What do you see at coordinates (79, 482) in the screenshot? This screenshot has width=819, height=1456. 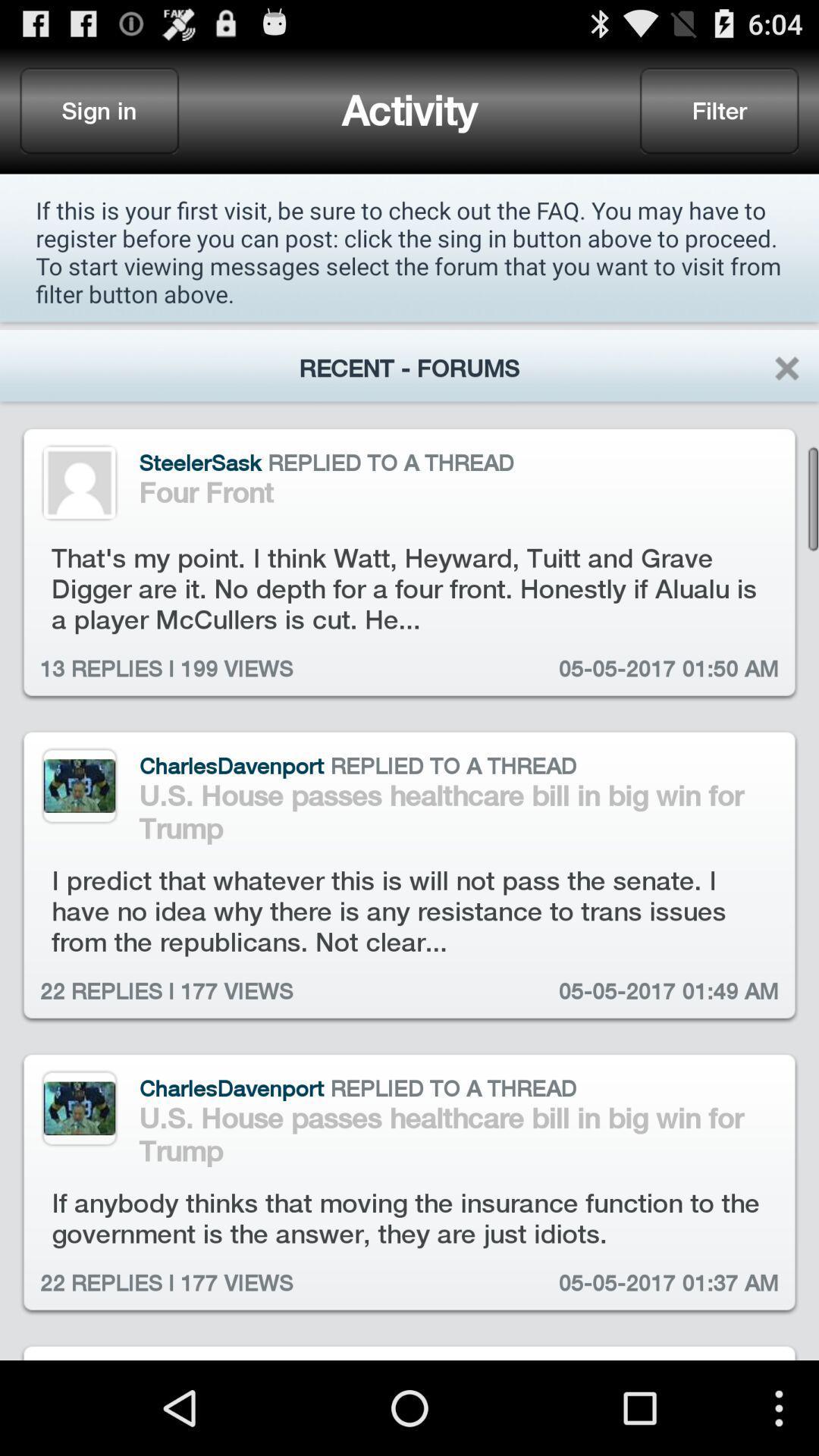 I see `user profile picture` at bounding box center [79, 482].